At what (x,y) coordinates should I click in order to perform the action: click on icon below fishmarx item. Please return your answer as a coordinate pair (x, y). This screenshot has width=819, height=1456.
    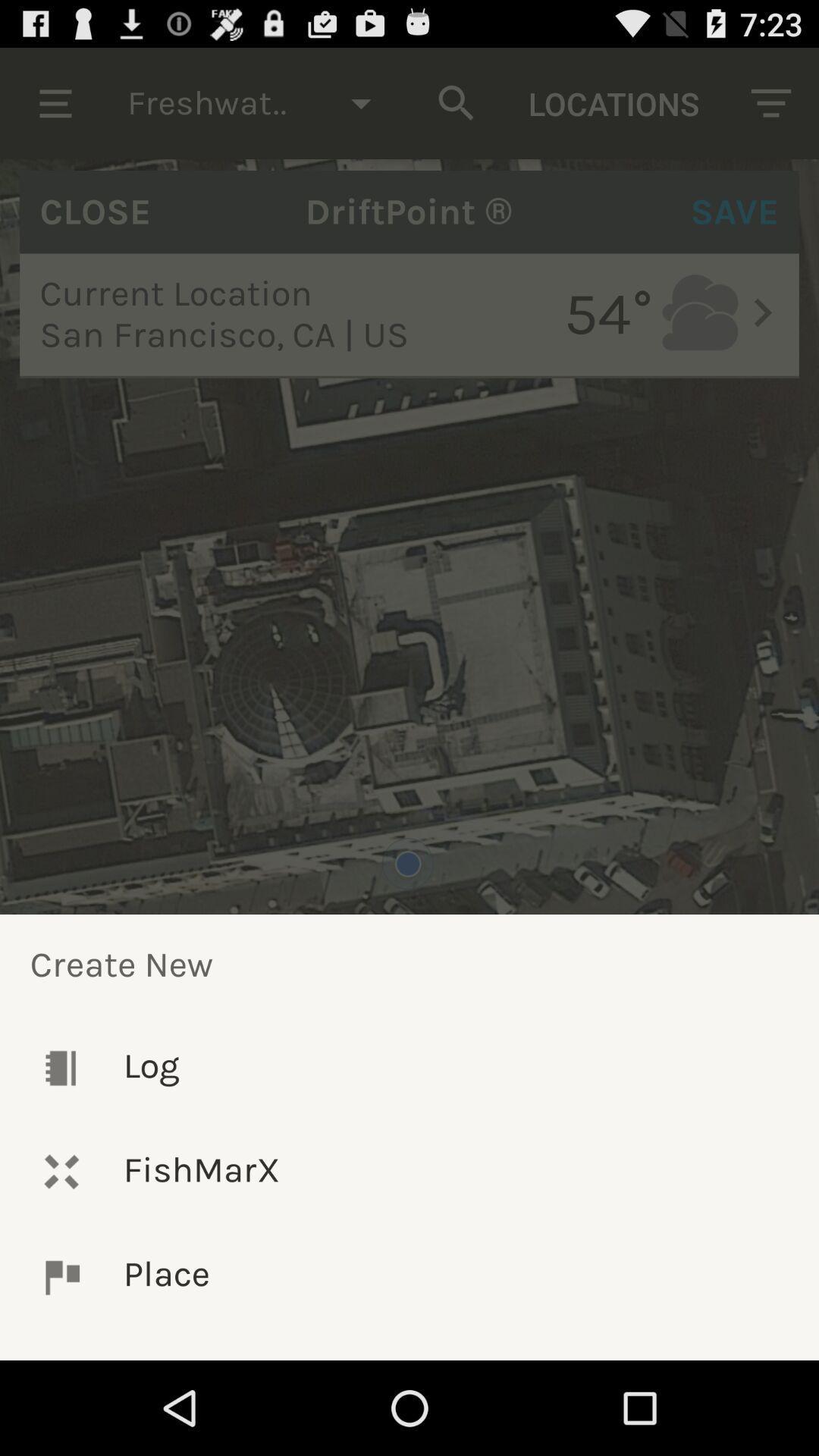
    Looking at the image, I should click on (409, 1276).